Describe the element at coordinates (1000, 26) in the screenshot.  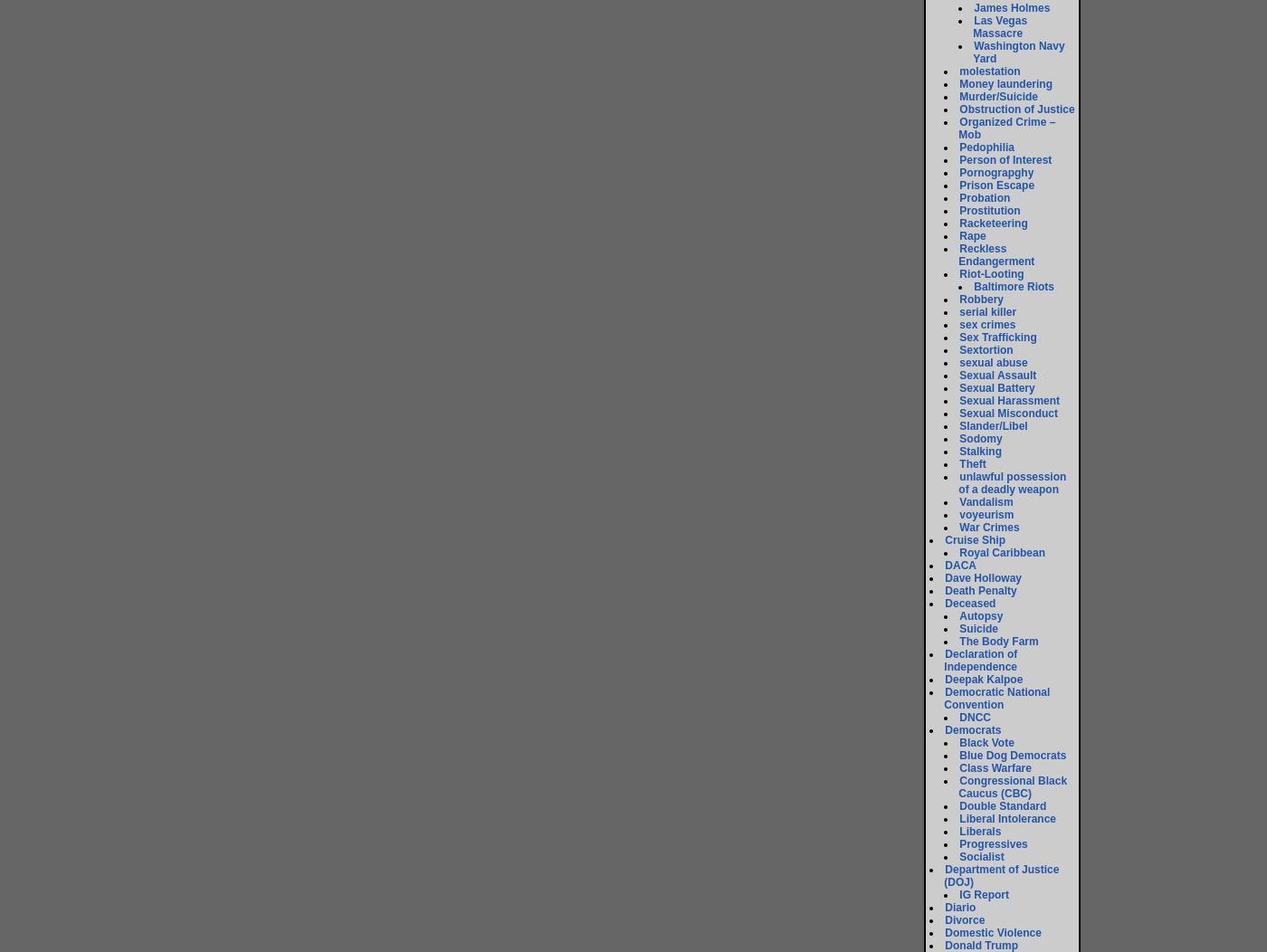
I see `'Las Vegas Massacre'` at that location.